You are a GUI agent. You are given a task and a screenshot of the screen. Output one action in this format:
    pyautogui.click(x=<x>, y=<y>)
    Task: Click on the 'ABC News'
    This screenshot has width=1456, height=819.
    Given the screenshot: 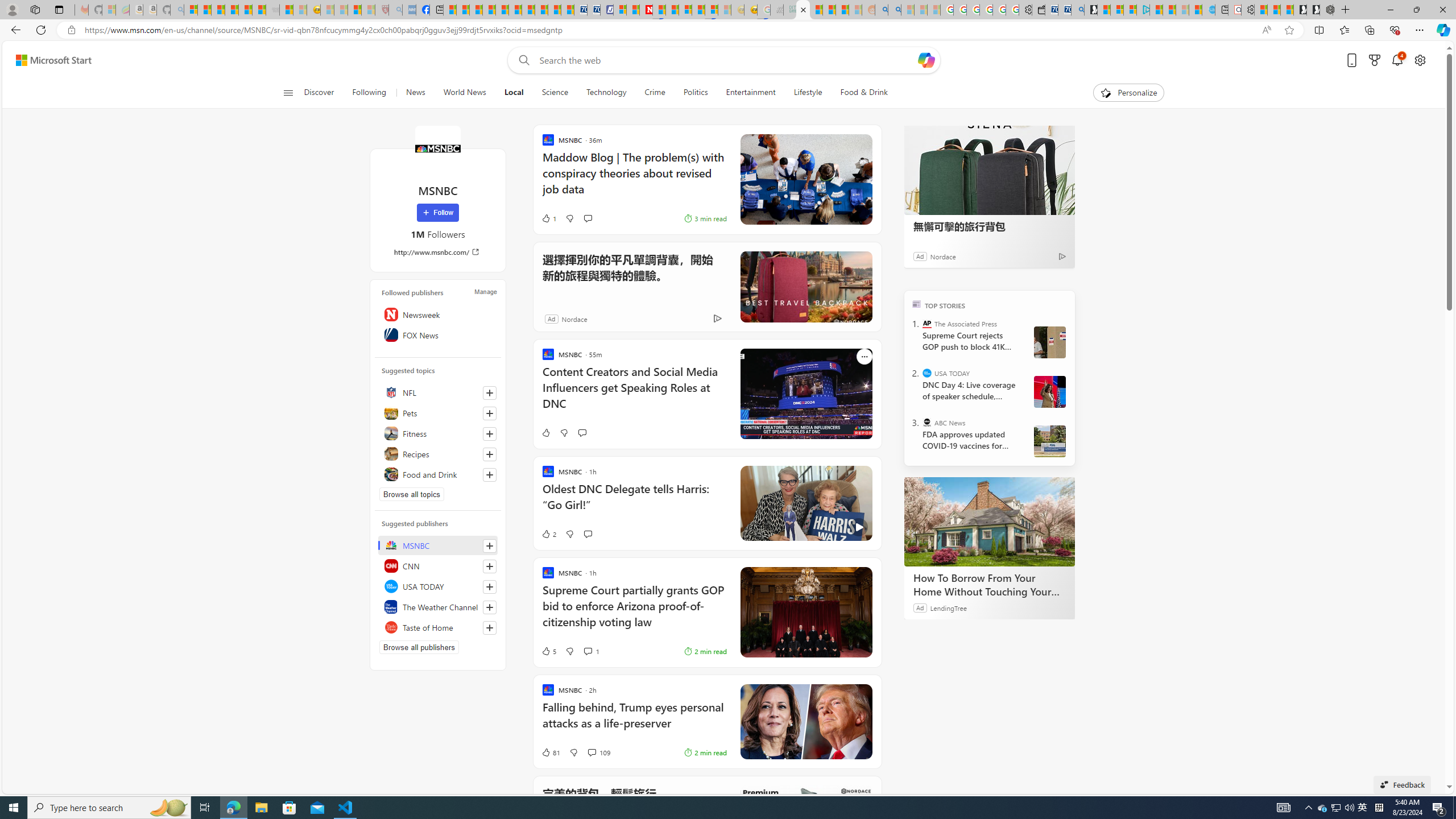 What is the action you would take?
    pyautogui.click(x=927, y=422)
    